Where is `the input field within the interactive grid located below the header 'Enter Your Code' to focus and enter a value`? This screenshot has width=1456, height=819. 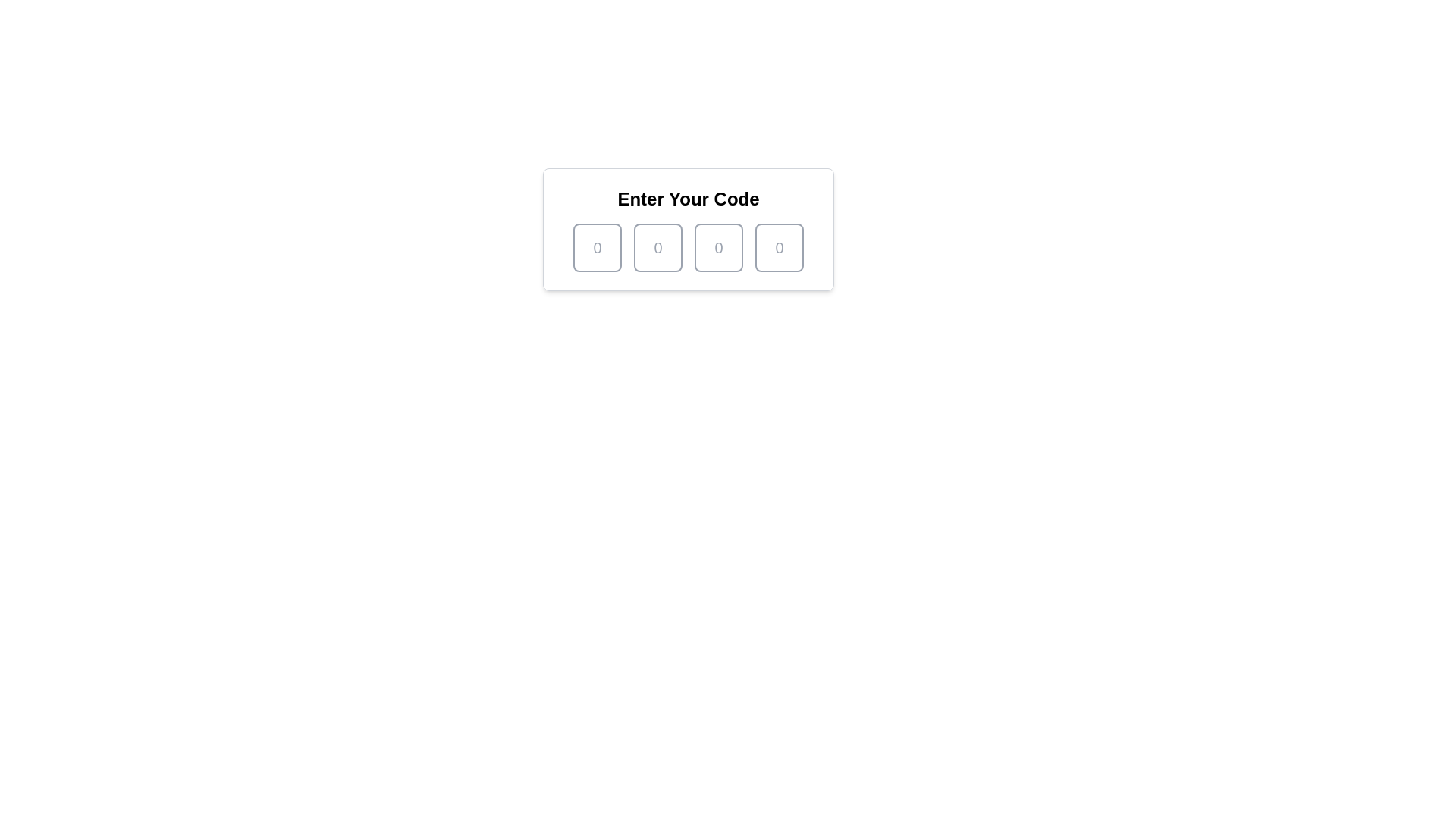
the input field within the interactive grid located below the header 'Enter Your Code' to focus and enter a value is located at coordinates (687, 247).